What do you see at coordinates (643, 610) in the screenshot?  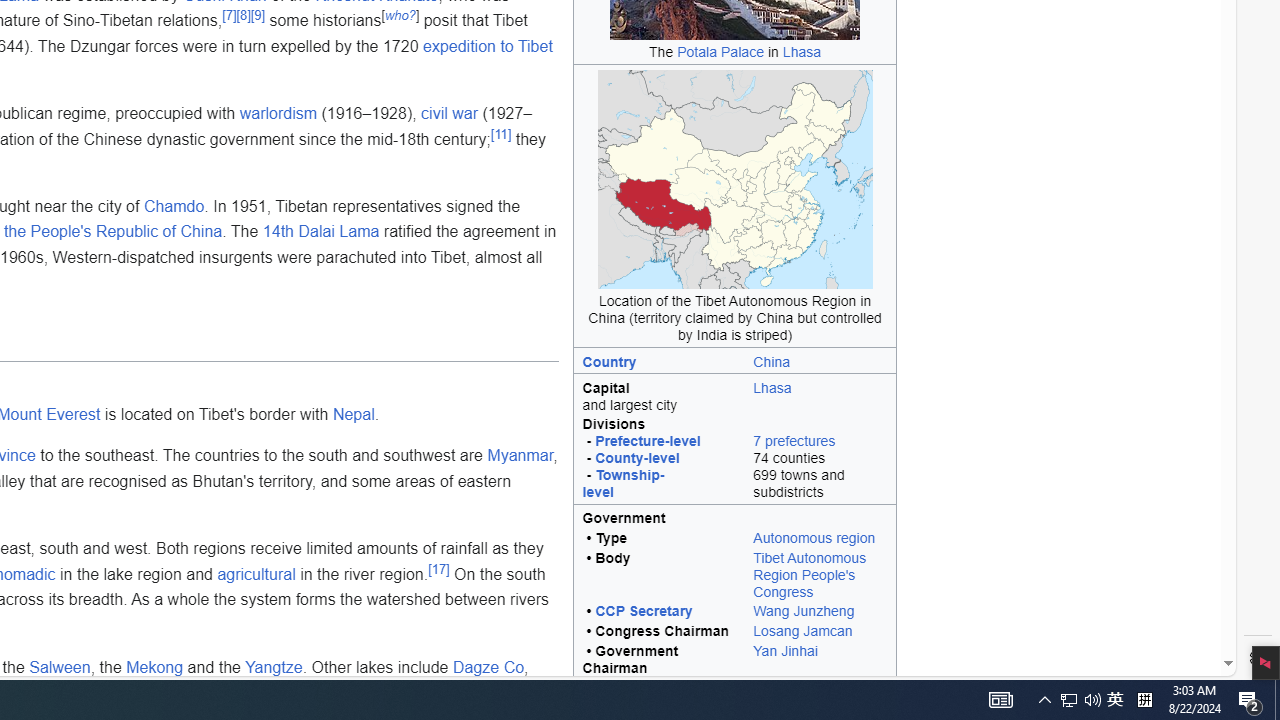 I see `'CCP Secretary'` at bounding box center [643, 610].